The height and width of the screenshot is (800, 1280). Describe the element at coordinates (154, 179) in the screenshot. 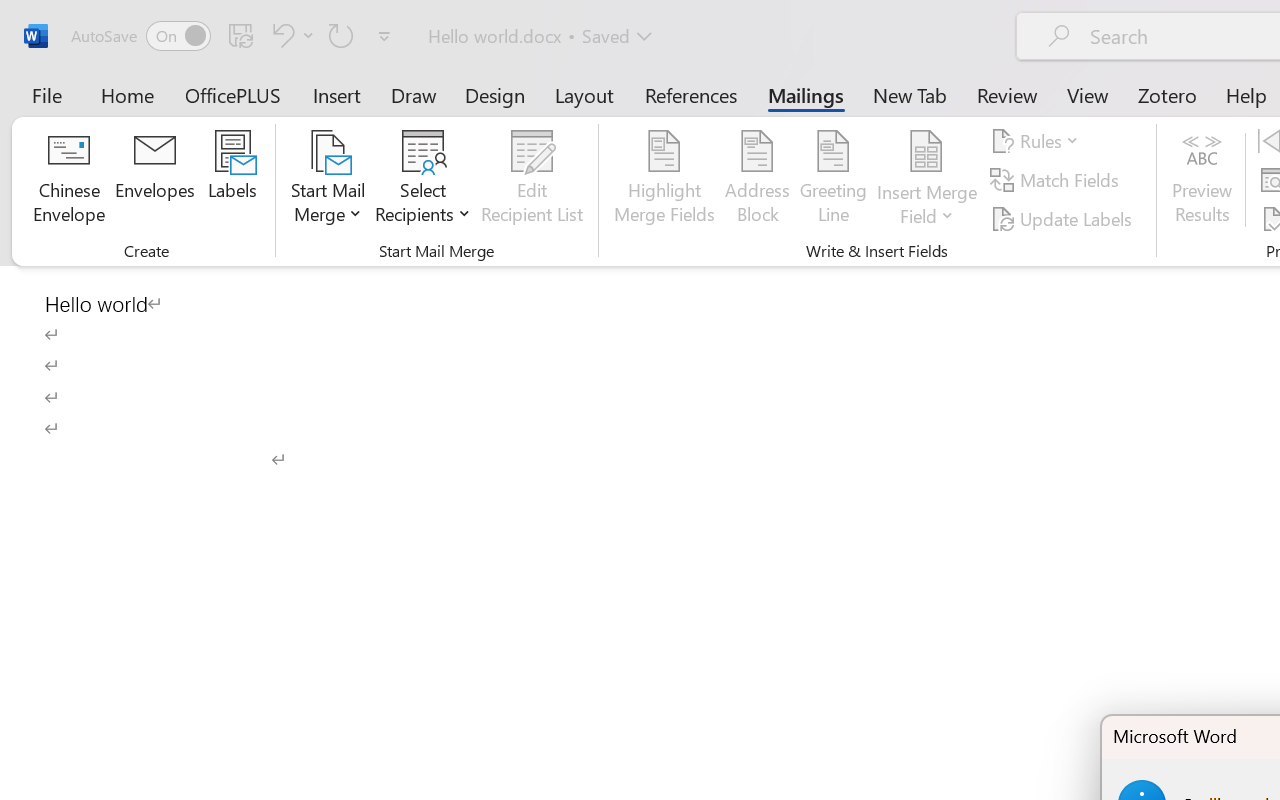

I see `'Envelopes...'` at that location.